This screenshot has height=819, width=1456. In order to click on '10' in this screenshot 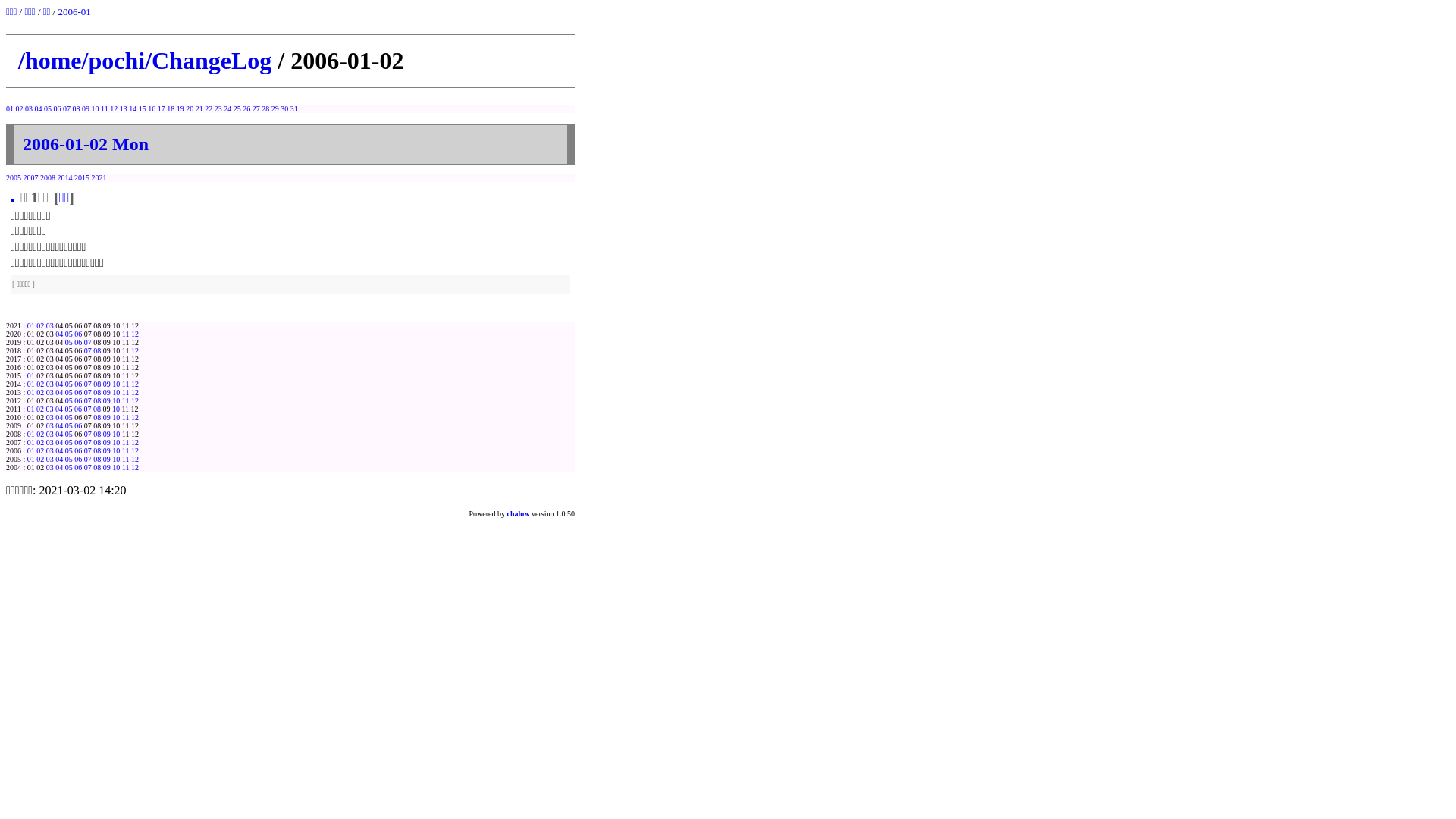, I will do `click(115, 442)`.